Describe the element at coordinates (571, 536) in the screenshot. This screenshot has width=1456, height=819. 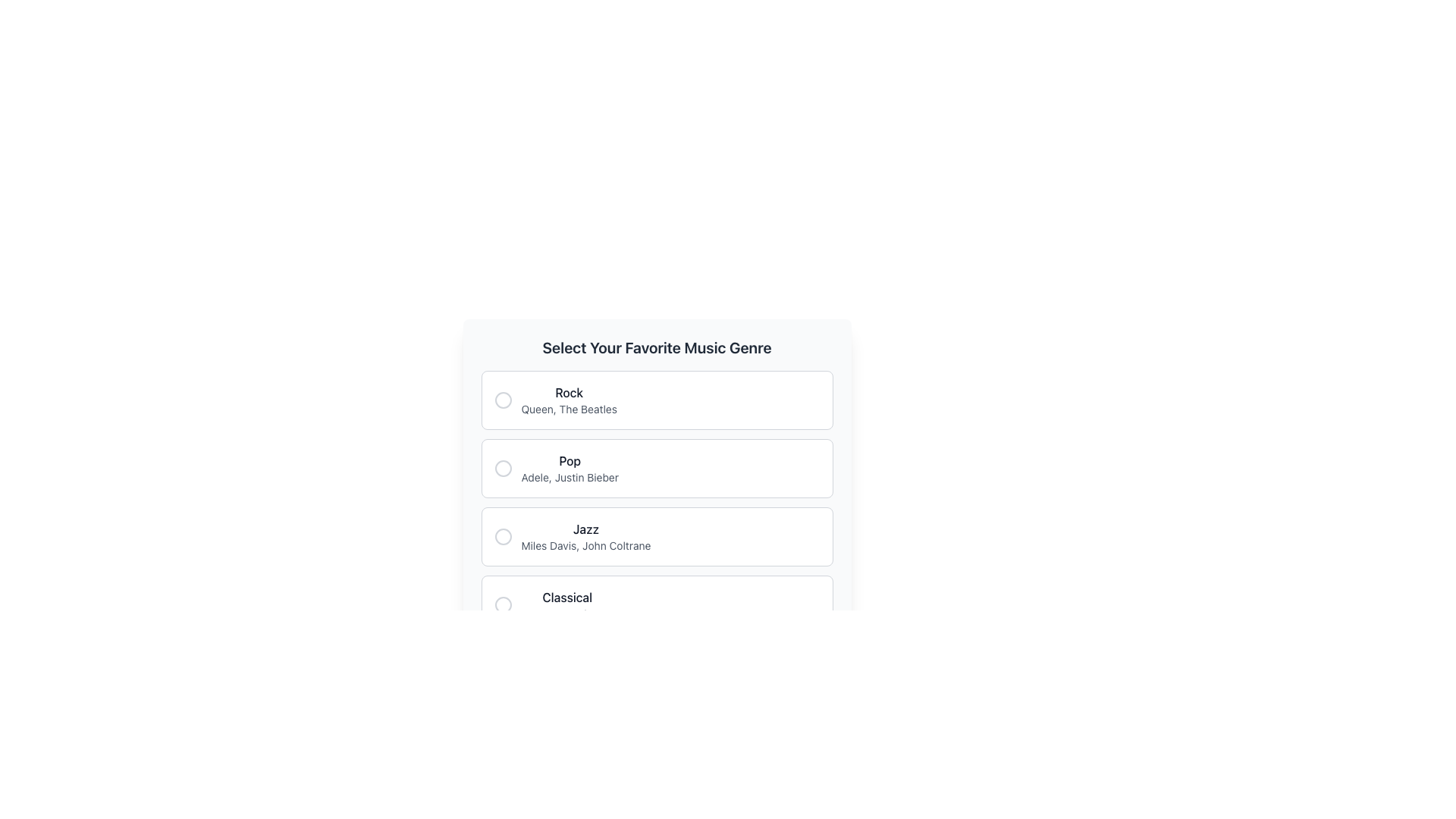
I see `on the 'Jazz' selectable list item which includes a radio button` at that location.